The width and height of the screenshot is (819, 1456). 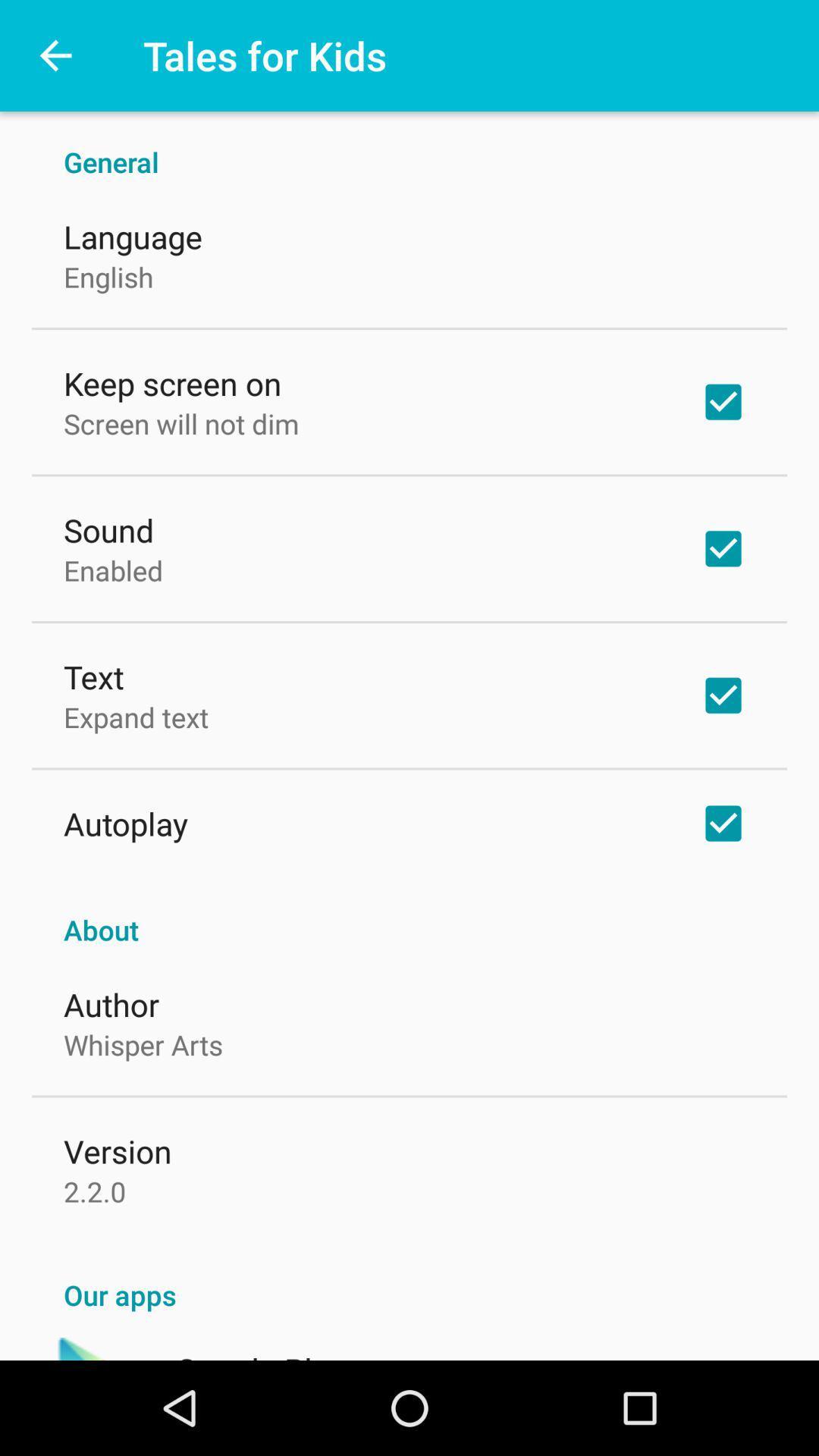 I want to click on the language icon, so click(x=132, y=236).